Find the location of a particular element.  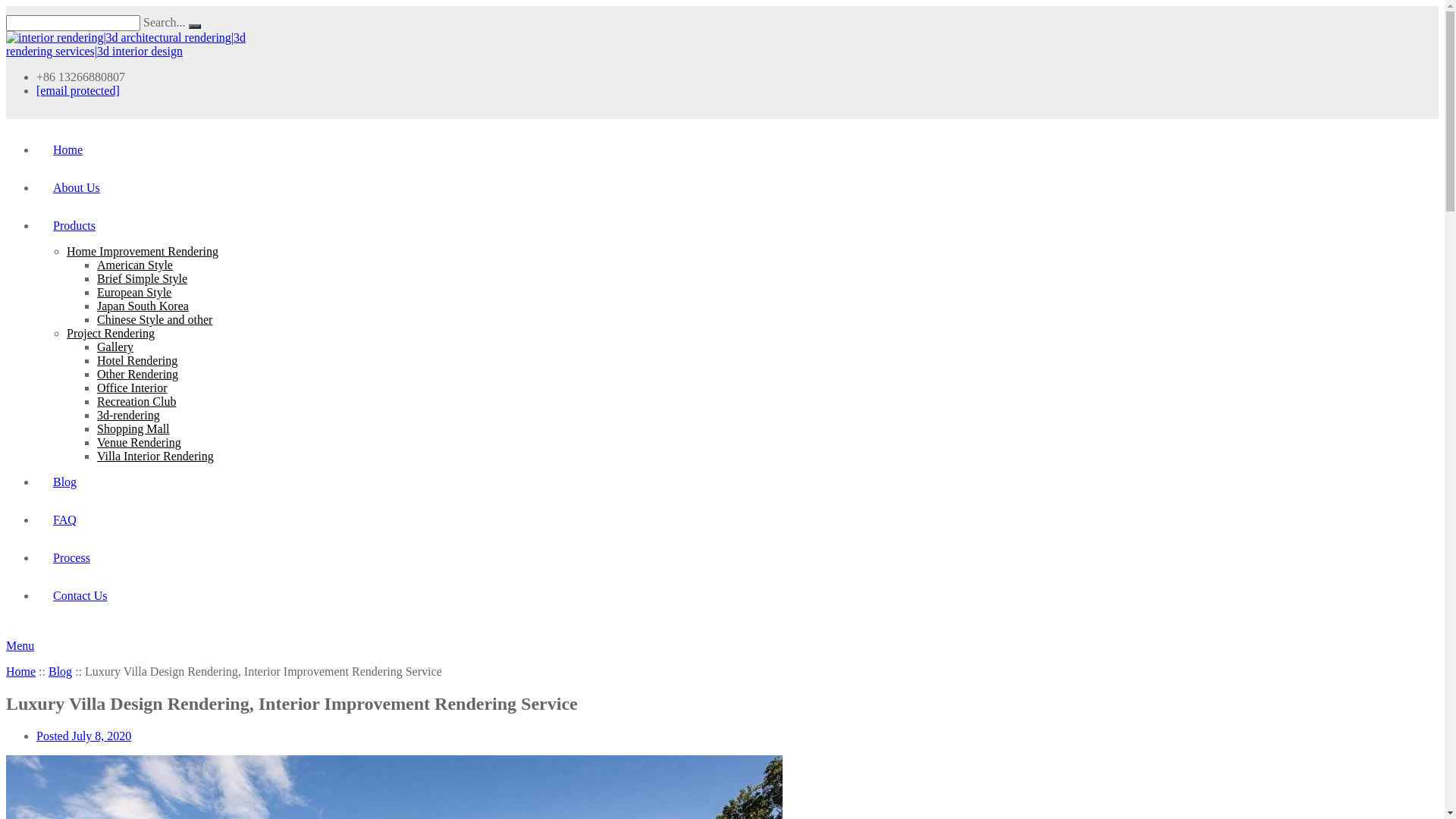

'Hotel Rendering' is located at coordinates (137, 360).